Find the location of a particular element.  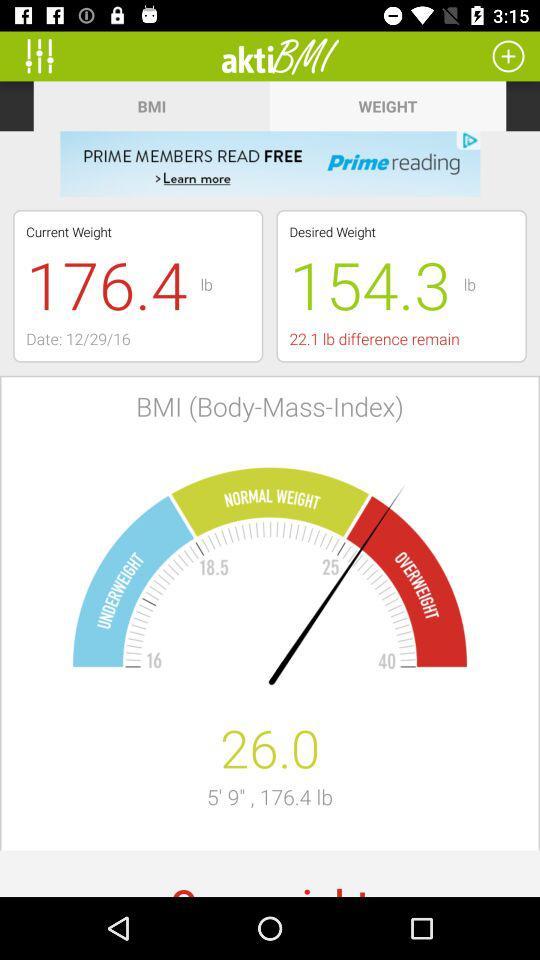

information about amazon prime an advertisement is located at coordinates (270, 163).